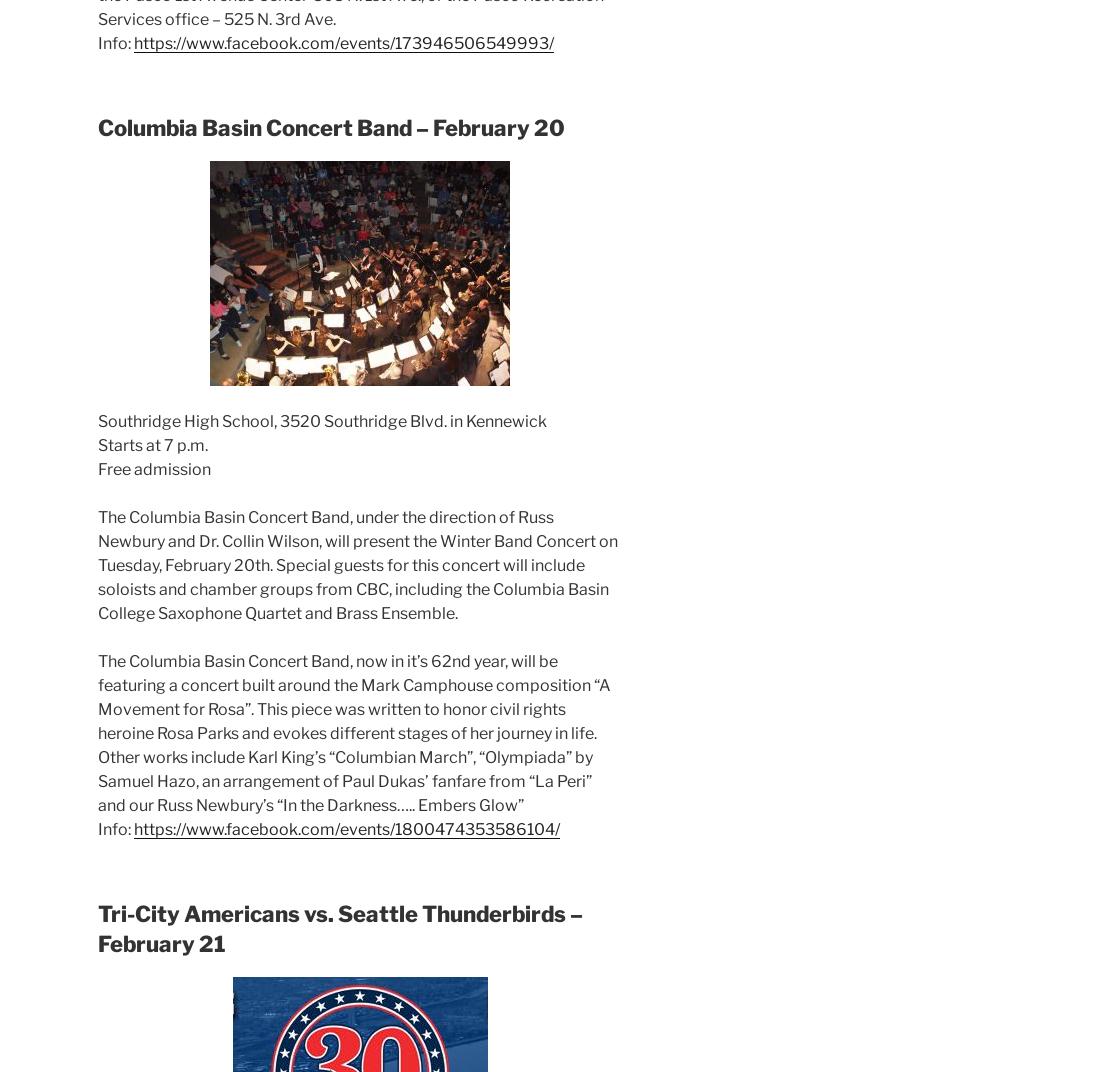 The width and height of the screenshot is (1100, 1072). Describe the element at coordinates (152, 443) in the screenshot. I see `'Starts at 7 p.m.'` at that location.